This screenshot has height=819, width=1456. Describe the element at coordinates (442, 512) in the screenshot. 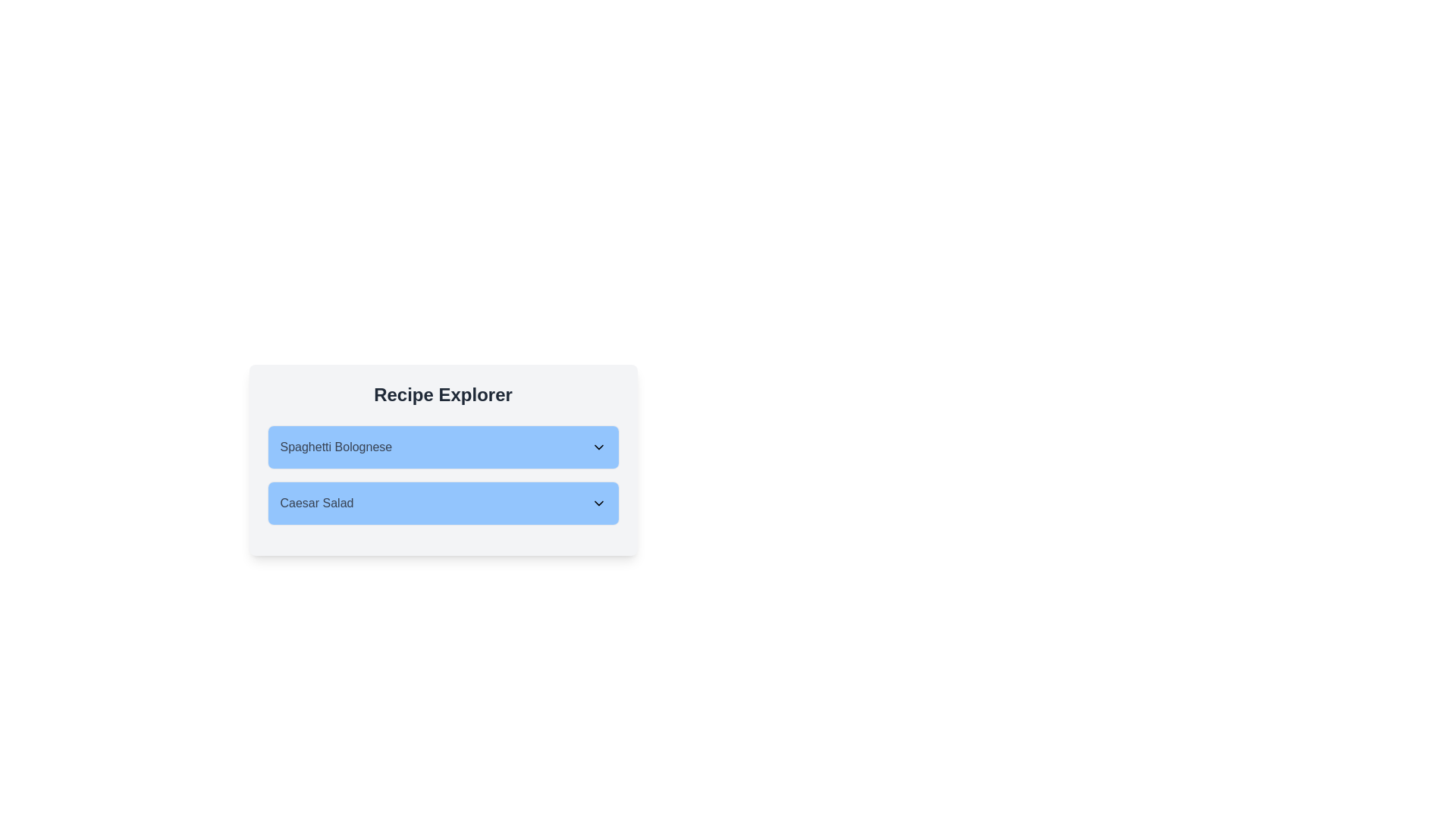

I see `the 'Caesar Salad' dropdown menu item located within the 'Recipe Explorer' card, positioned below the 'Spaghetti Bolognese' option` at that location.